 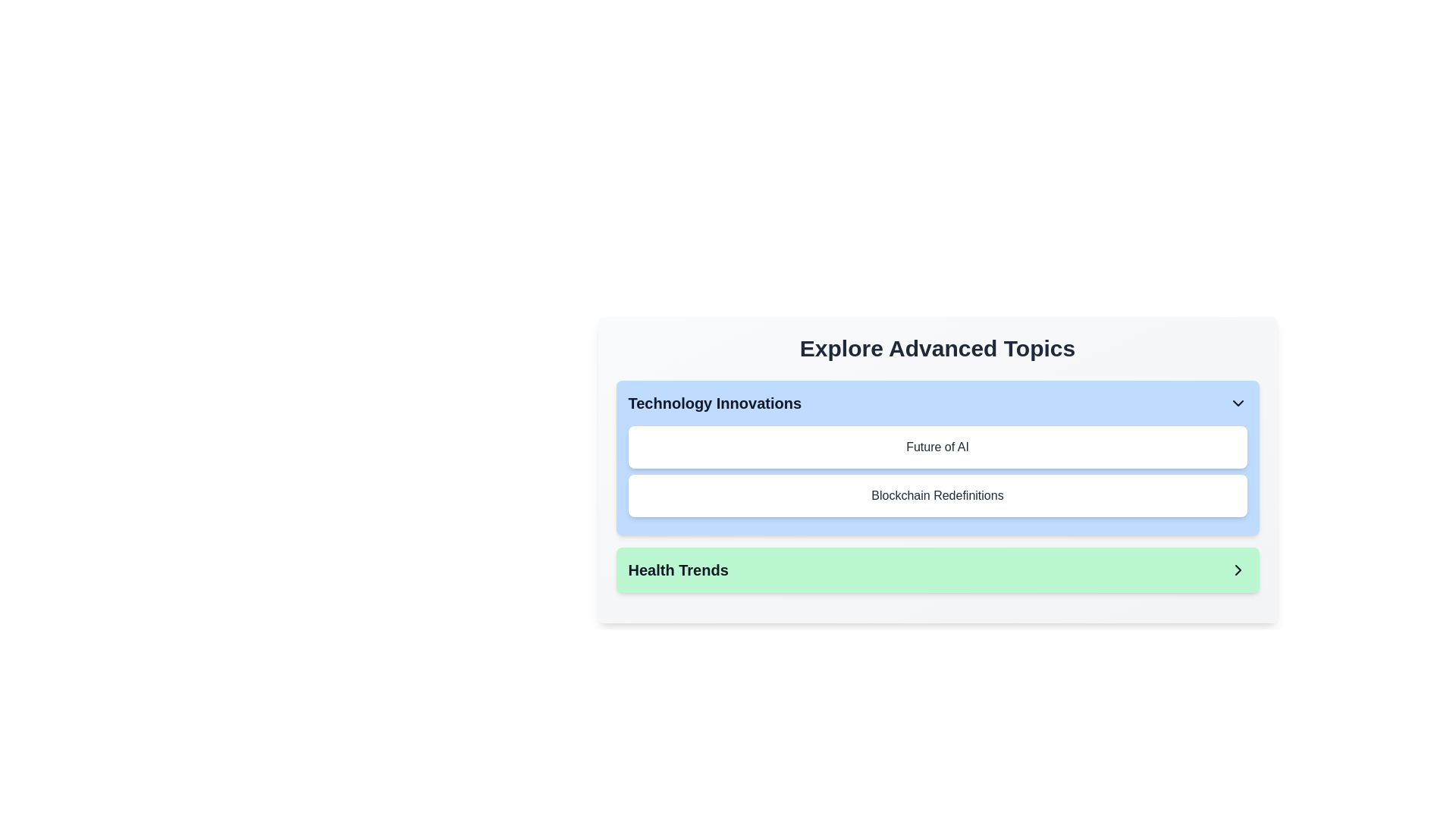 I want to click on the interactive navigation button related to 'Blockchain Redefinitions' located in the 'Technology Innovations' section beneath 'Future of AI', so click(x=937, y=496).